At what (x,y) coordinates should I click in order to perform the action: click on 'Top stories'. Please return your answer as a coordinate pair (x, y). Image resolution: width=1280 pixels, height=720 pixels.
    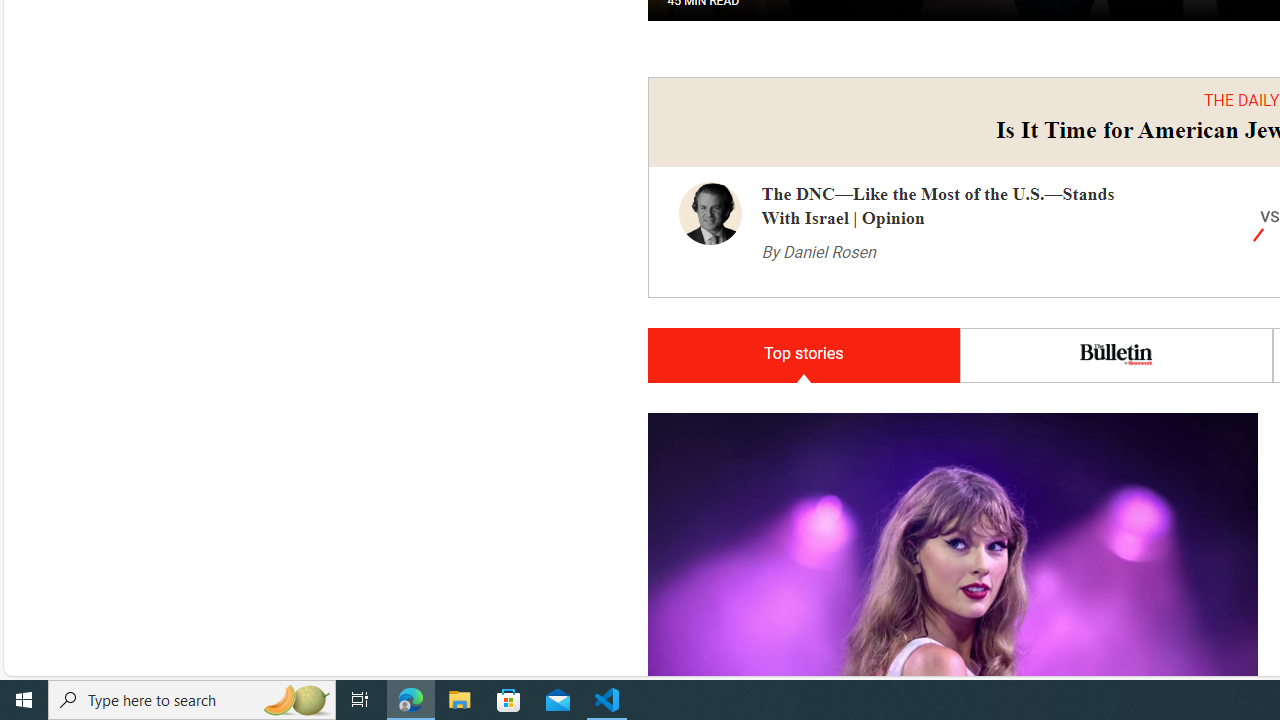
    Looking at the image, I should click on (803, 354).